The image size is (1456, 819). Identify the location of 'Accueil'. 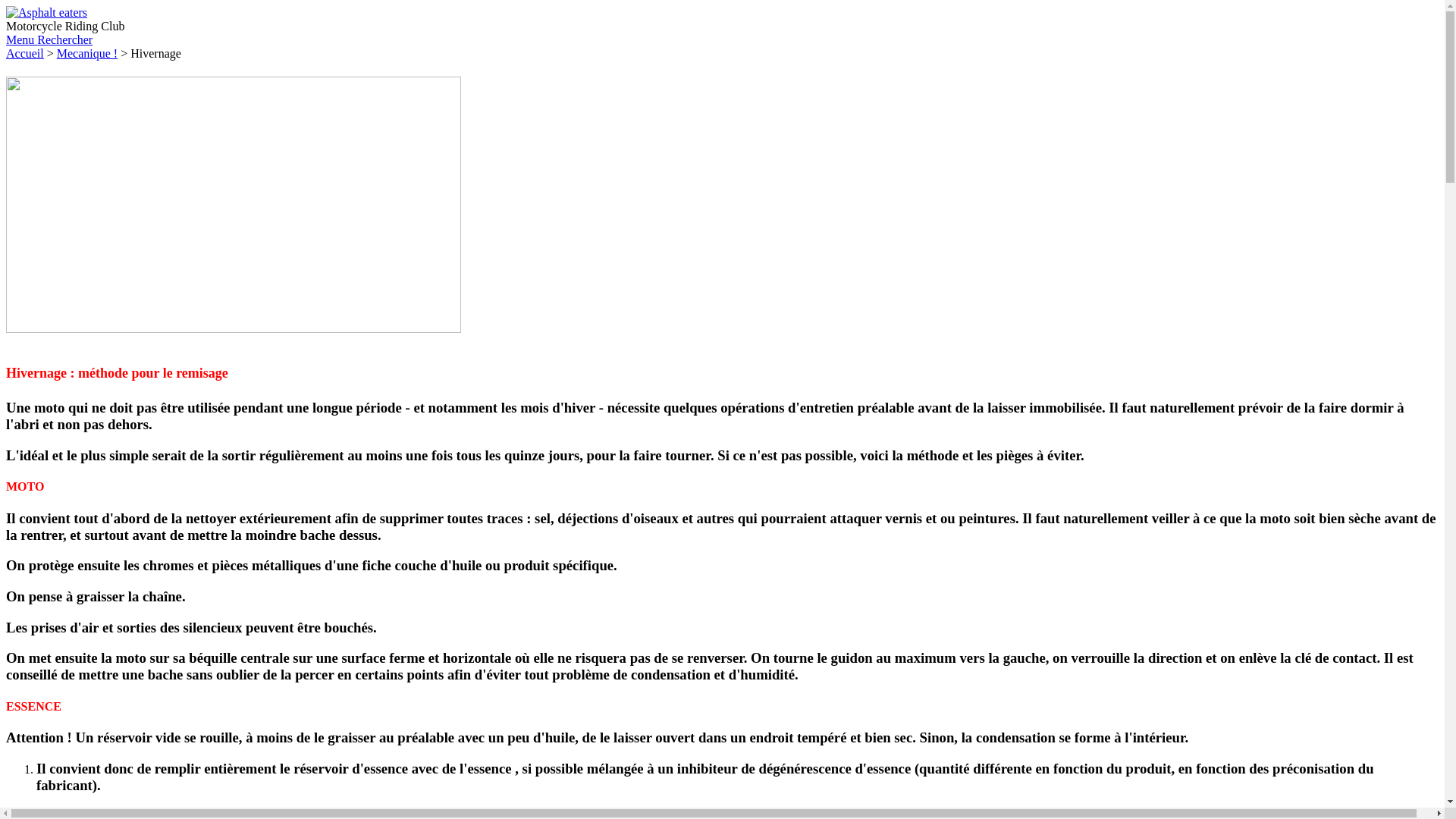
(25, 52).